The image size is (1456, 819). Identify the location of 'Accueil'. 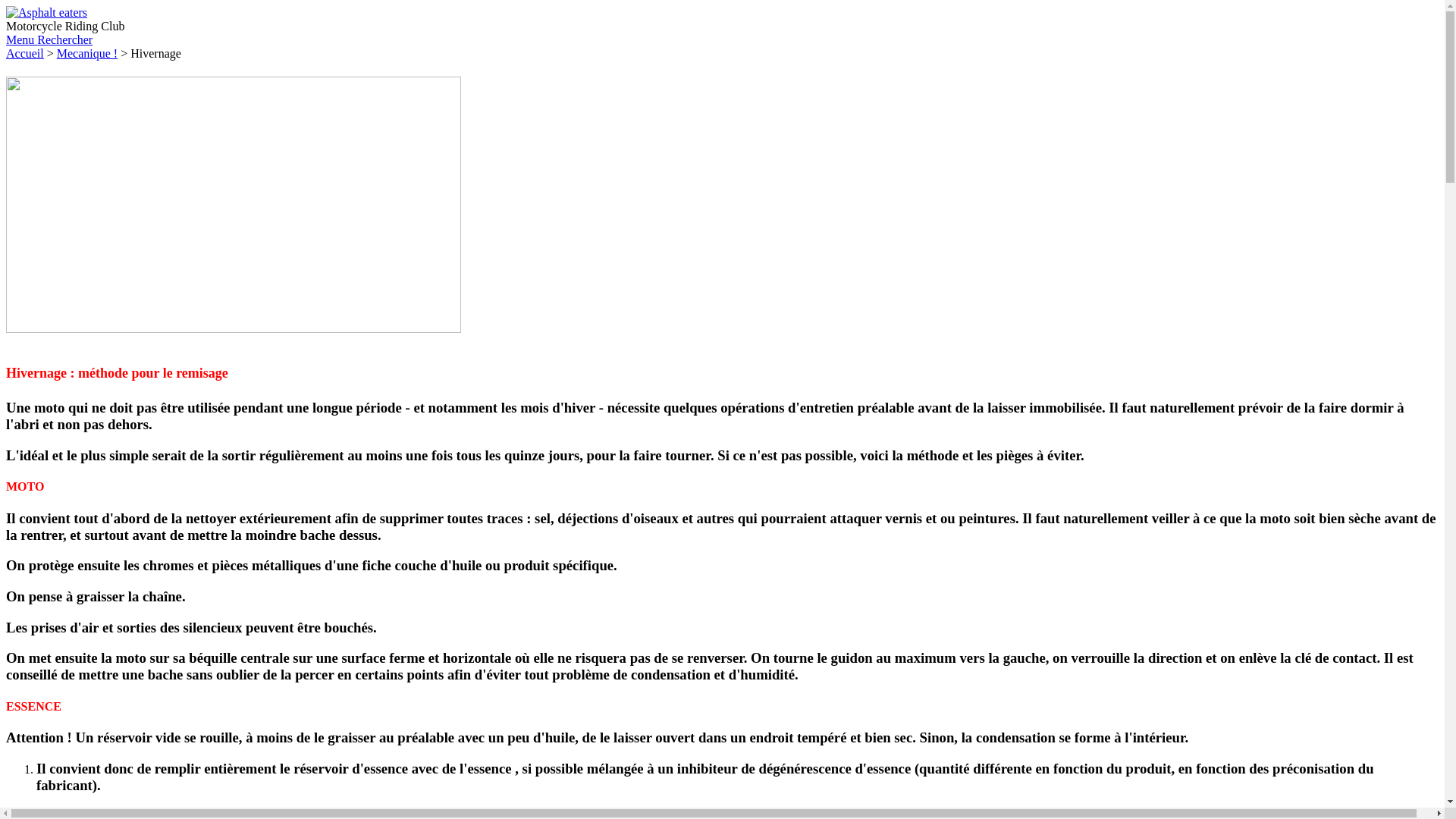
(25, 52).